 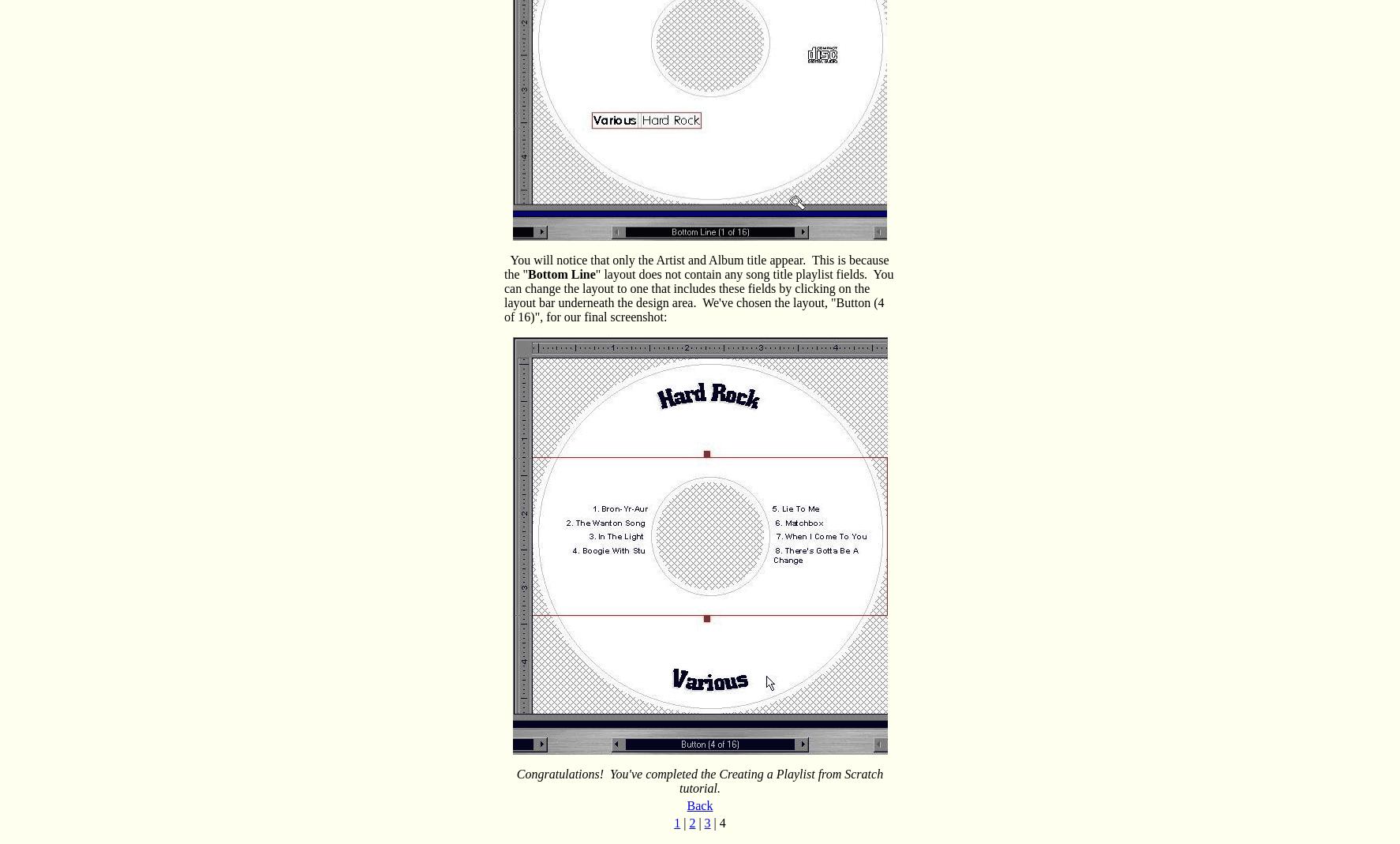 I want to click on 'You will notice that only the Artist and Album title 
        appear.  This is because the "', so click(x=696, y=267).